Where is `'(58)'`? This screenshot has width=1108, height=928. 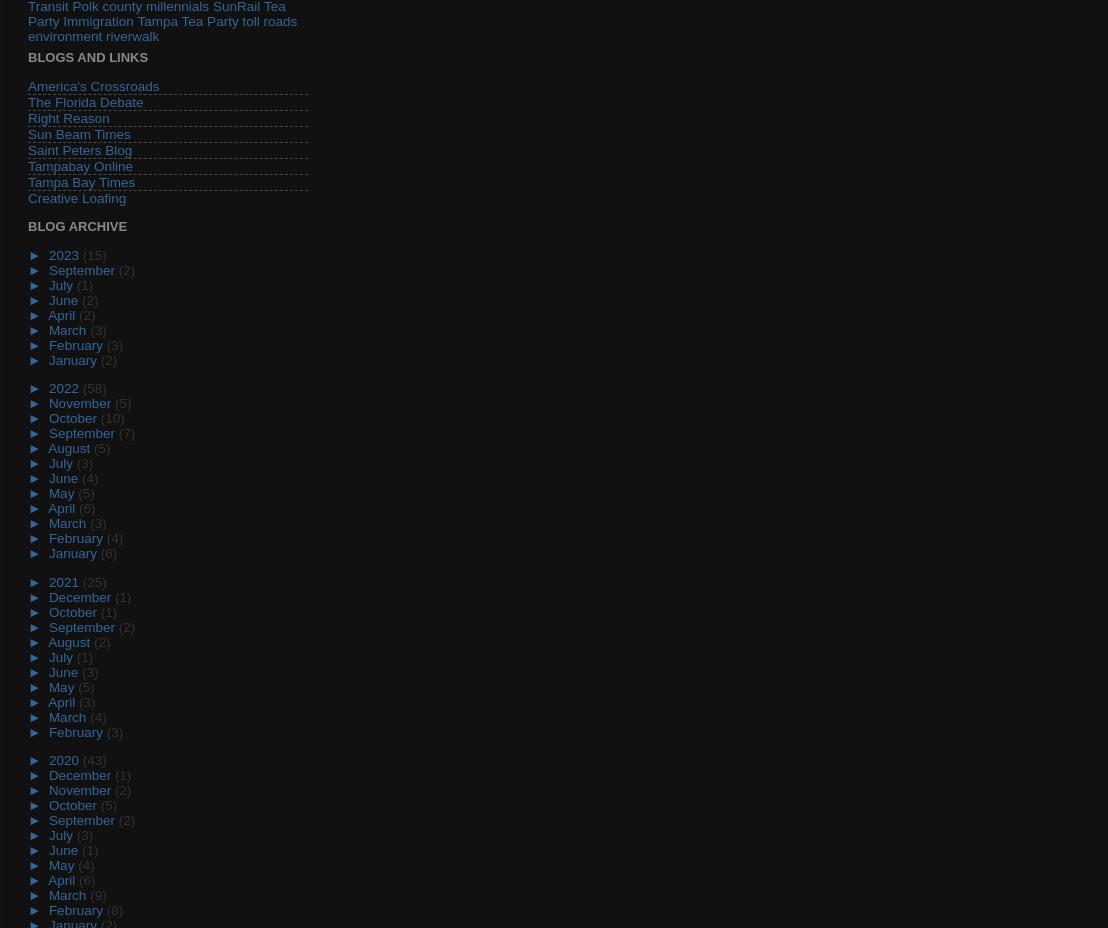 '(58)' is located at coordinates (93, 388).